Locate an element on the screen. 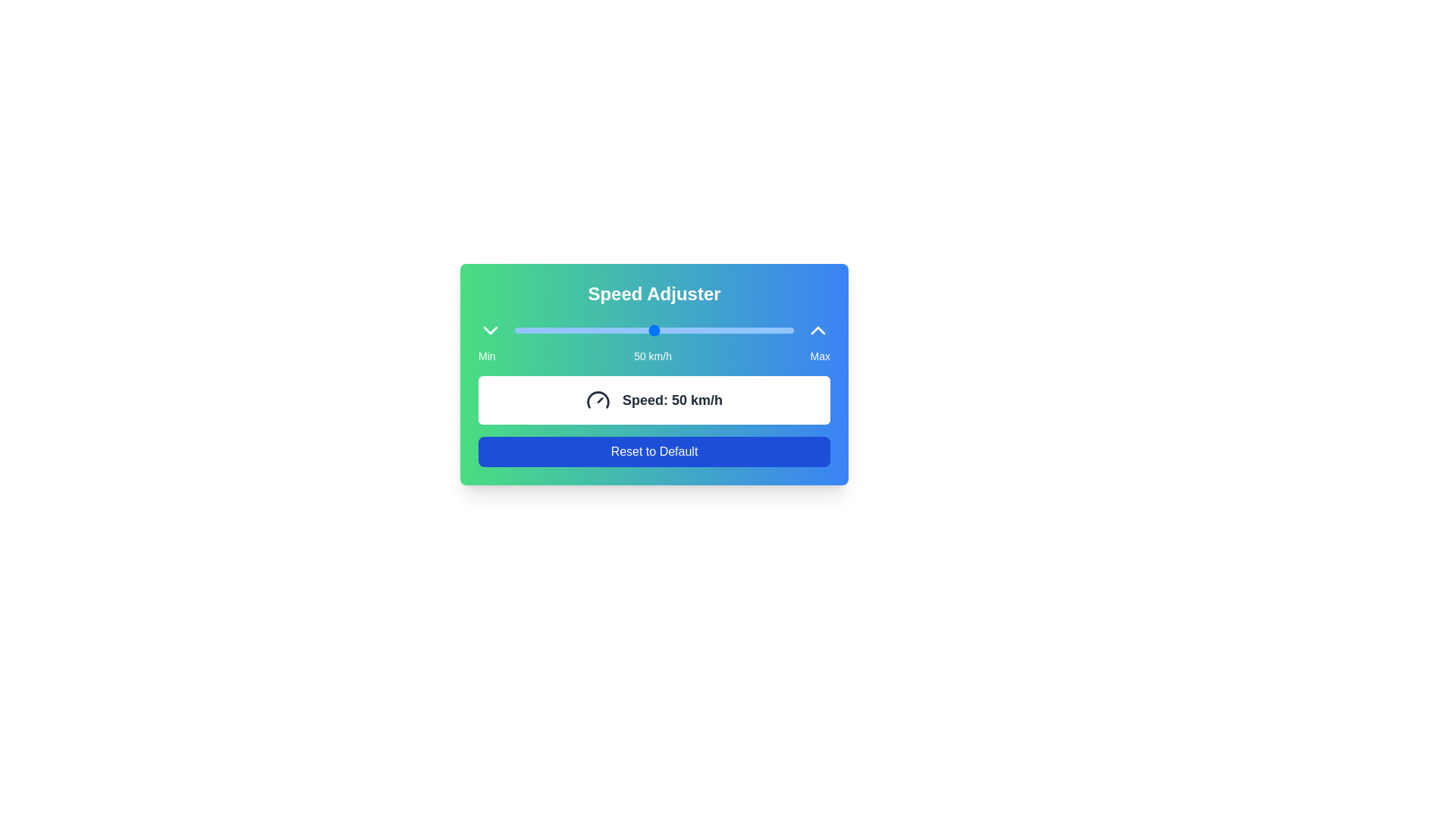  the Arrow icon indicating that the section can be interacted with is located at coordinates (491, 329).